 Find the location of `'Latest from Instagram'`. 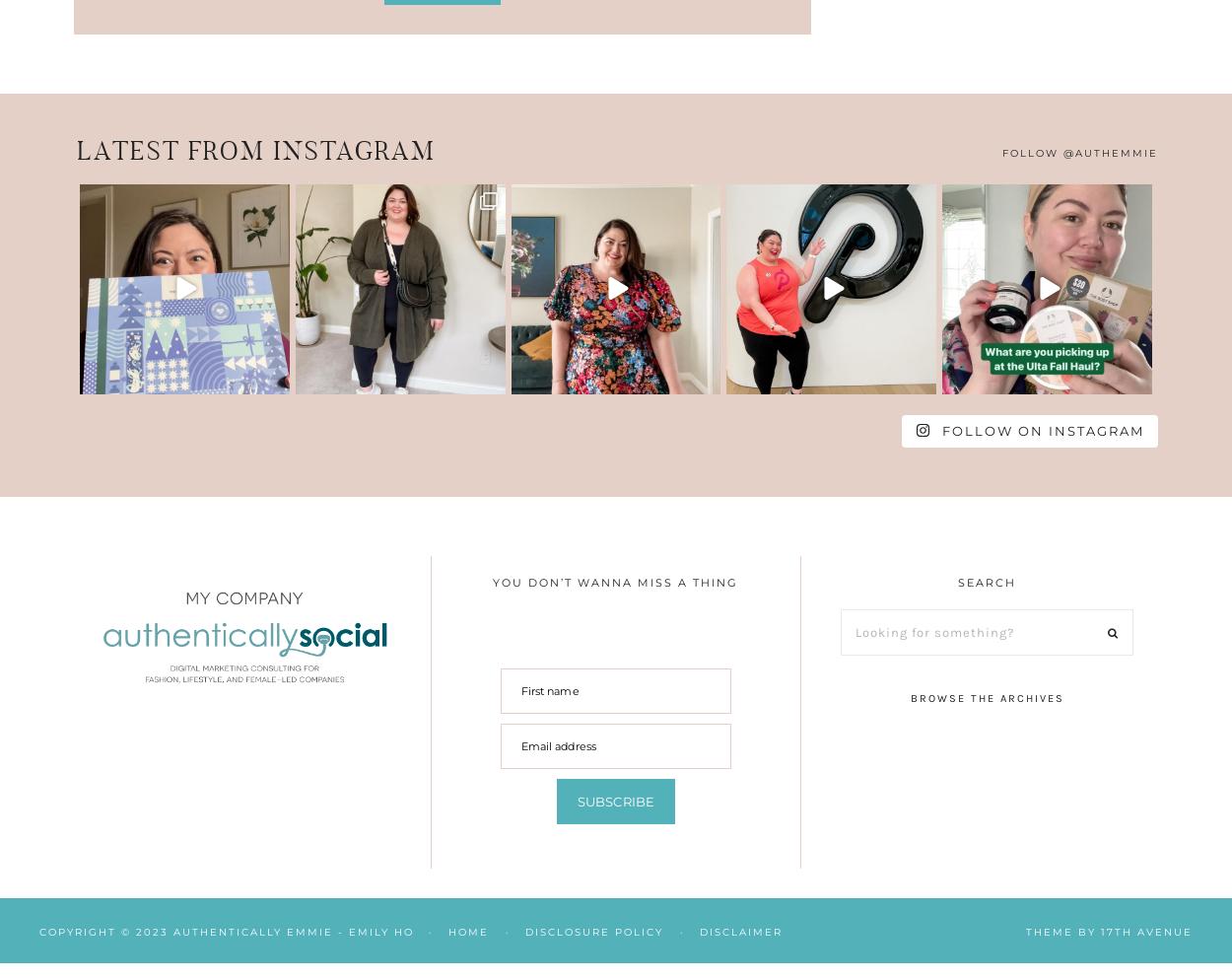

'Latest from Instagram' is located at coordinates (256, 149).